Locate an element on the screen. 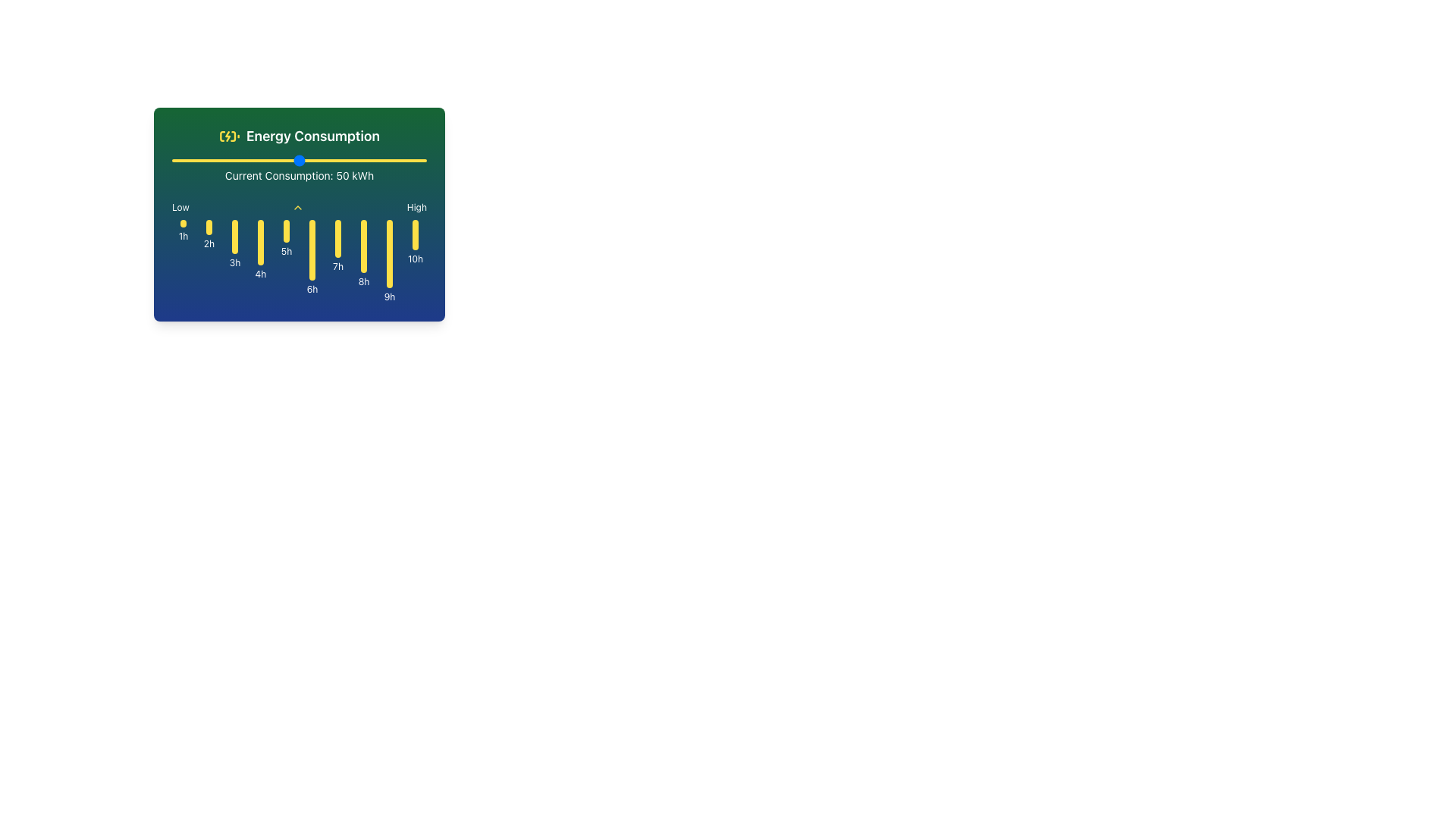 The image size is (1456, 819). current consumption is located at coordinates (246, 161).